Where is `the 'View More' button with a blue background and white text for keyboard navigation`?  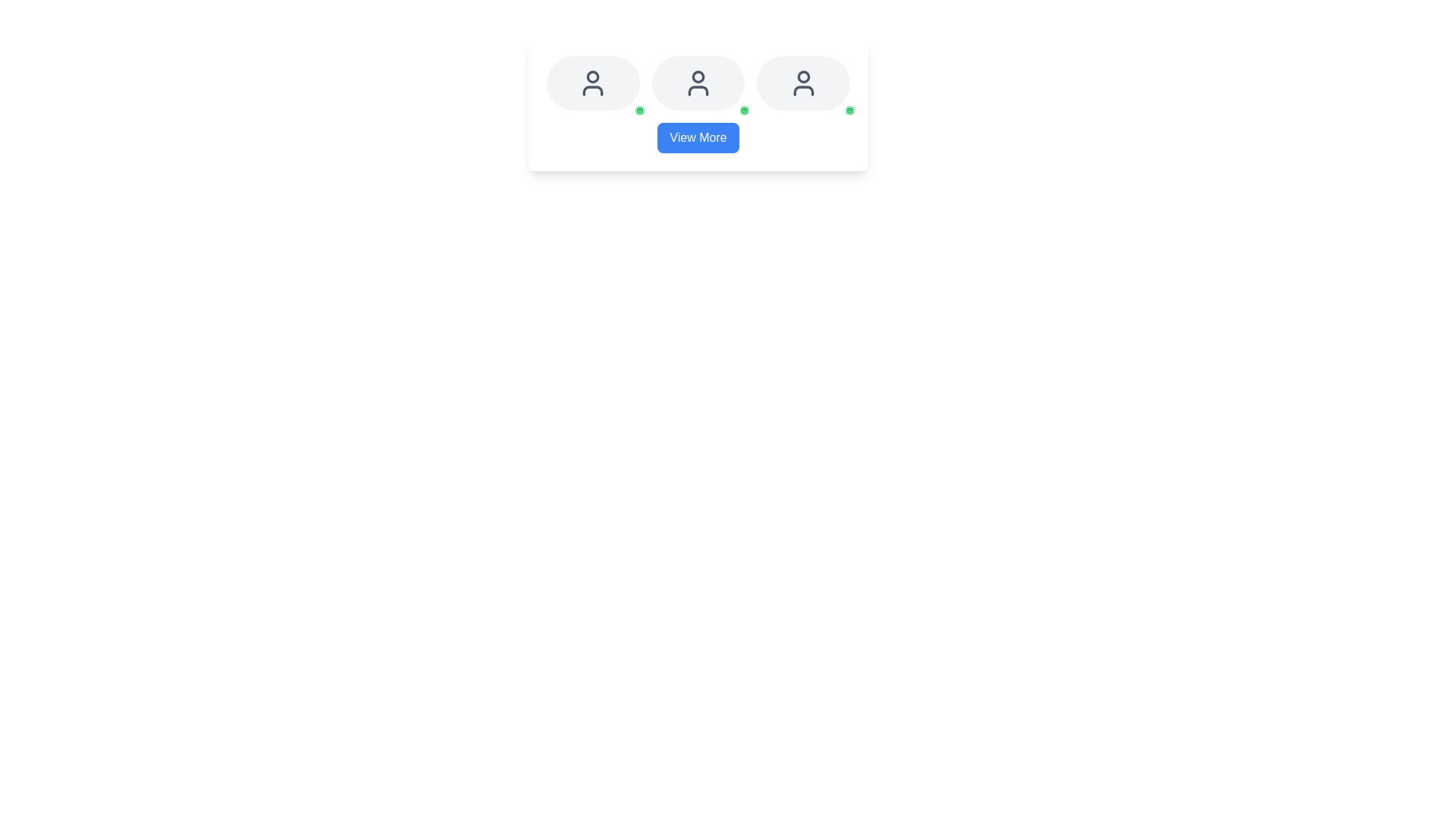
the 'View More' button with a blue background and white text for keyboard navigation is located at coordinates (698, 137).